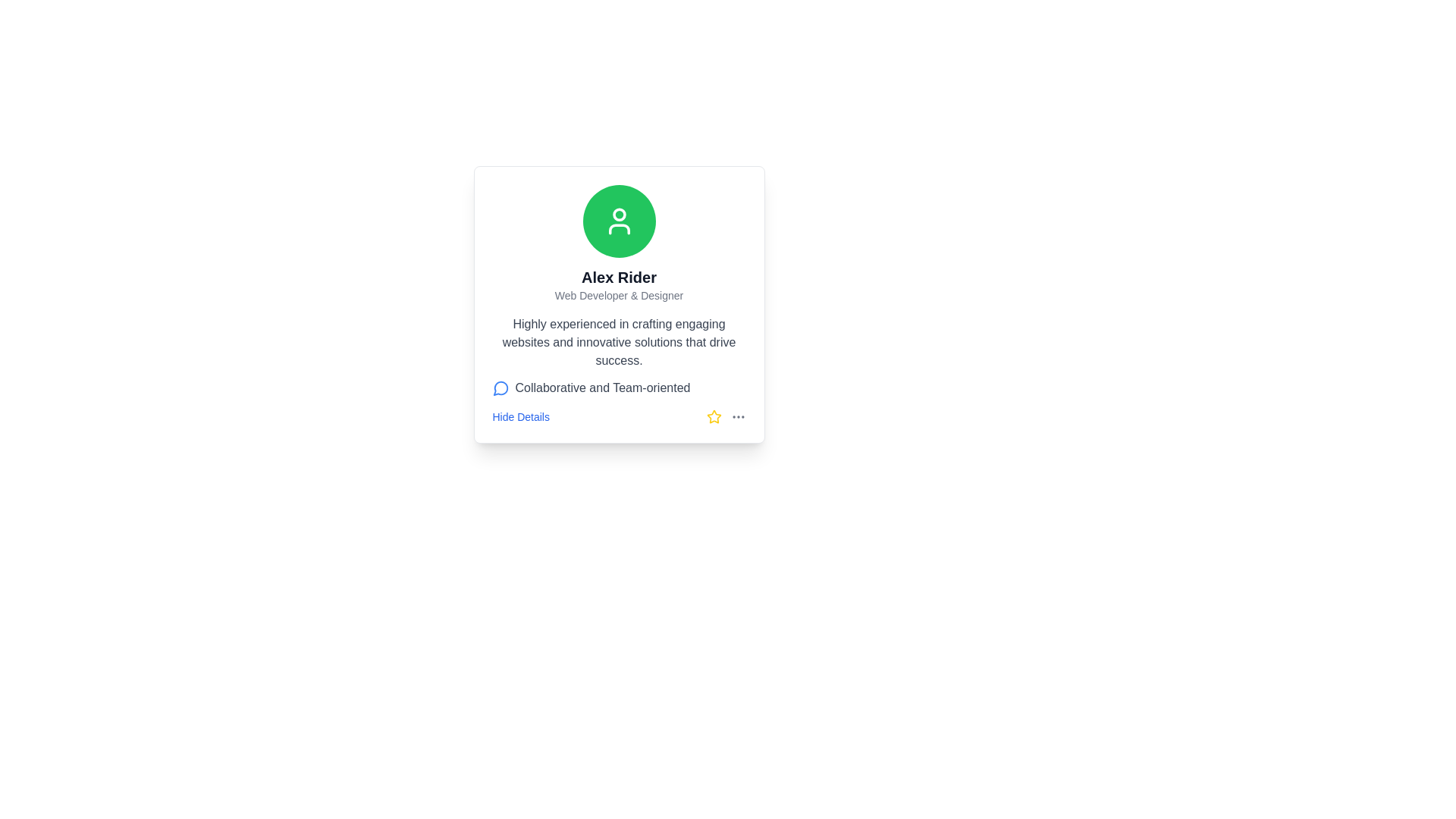 The image size is (1456, 819). Describe the element at coordinates (619, 388) in the screenshot. I see `the descriptive information text block that highlights collaborative and team-oriented qualities, positioned below the text 'Highly experienced in crafting engaging websites and innovative solutions that drive success'` at that location.